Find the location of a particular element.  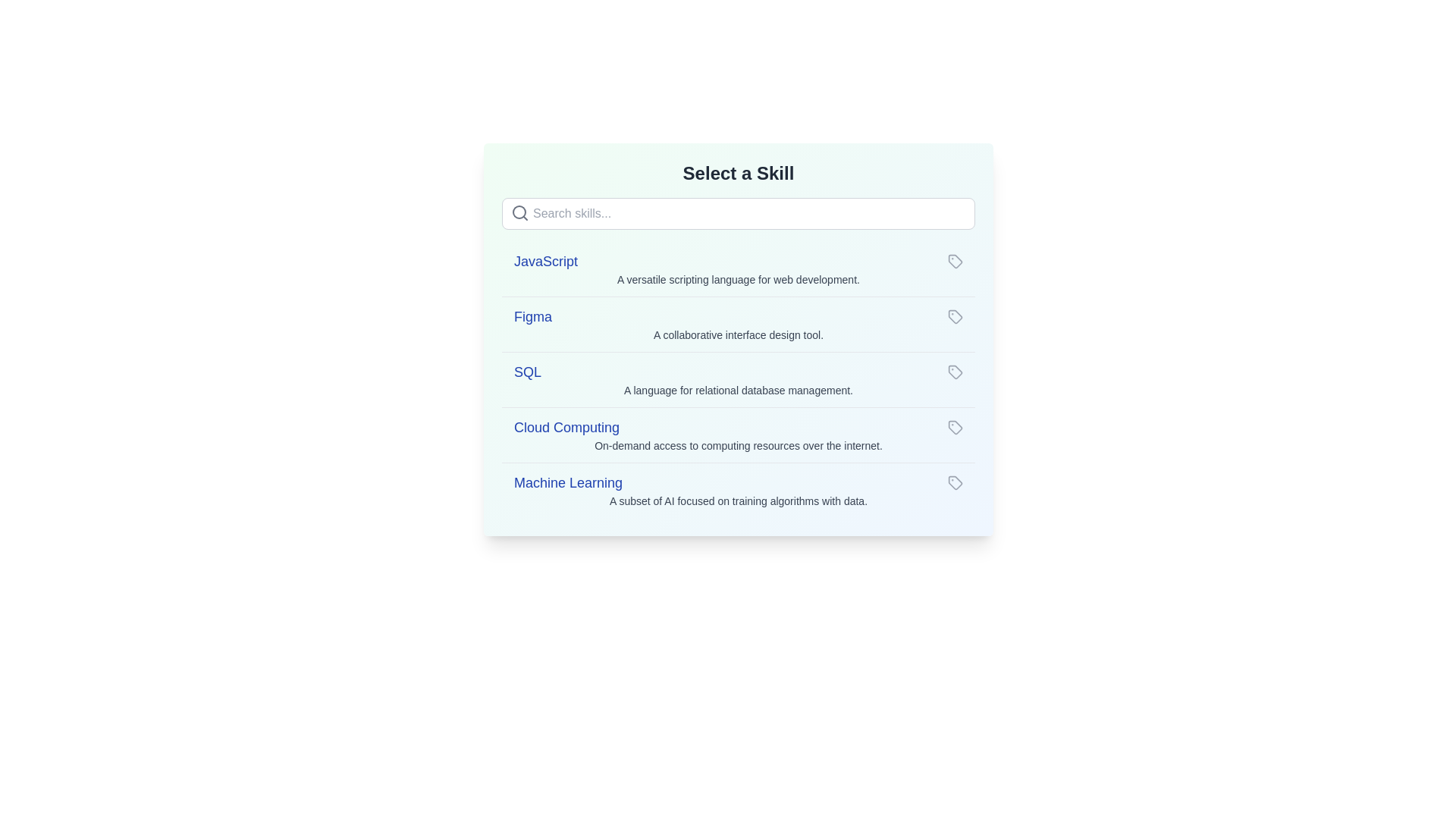

the text label that describes the SQL skill, which is styled in gray and contains the sentence 'A language for relational database management.' is located at coordinates (739, 390).